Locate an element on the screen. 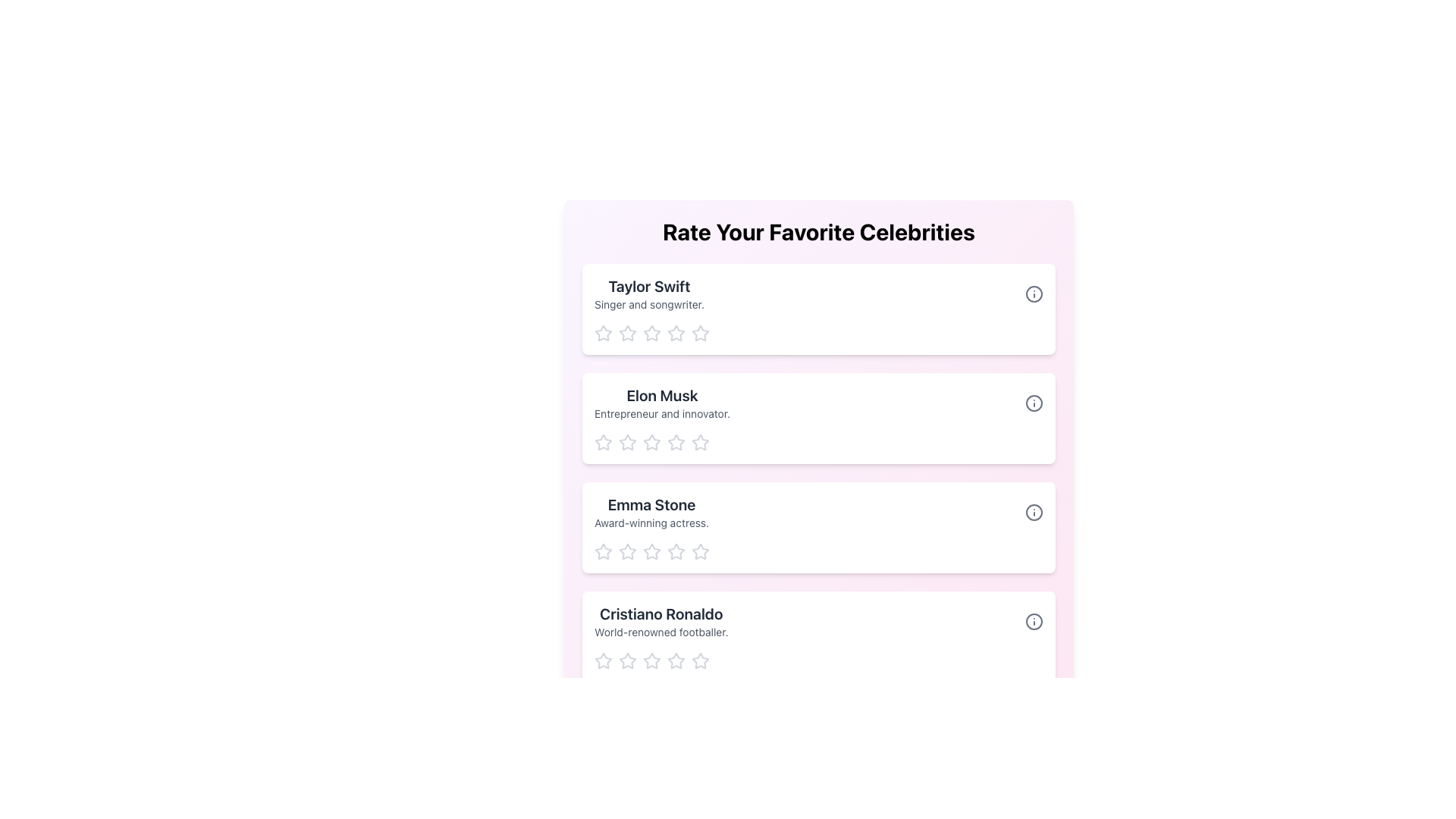 The height and width of the screenshot is (819, 1456). the first Rating Star Icon in the rating system for 'Taylor Swift' is located at coordinates (651, 332).